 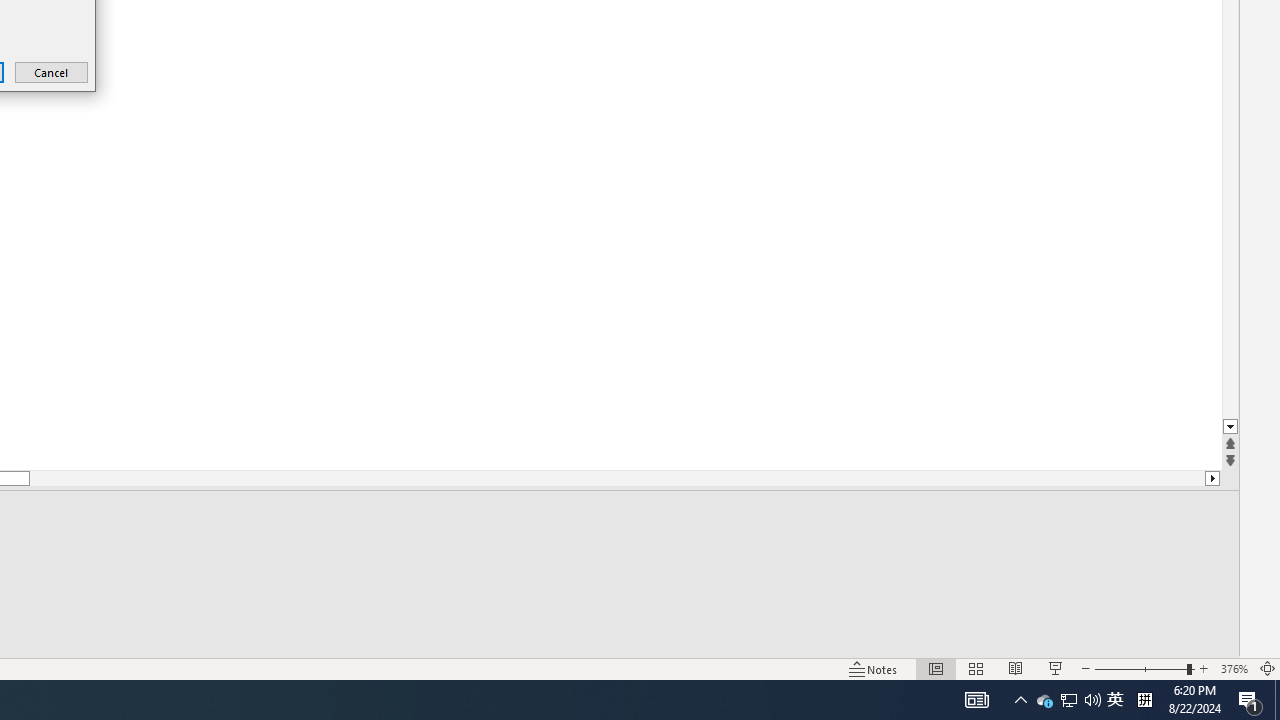 I want to click on 'Notification Chevron', so click(x=1020, y=698).